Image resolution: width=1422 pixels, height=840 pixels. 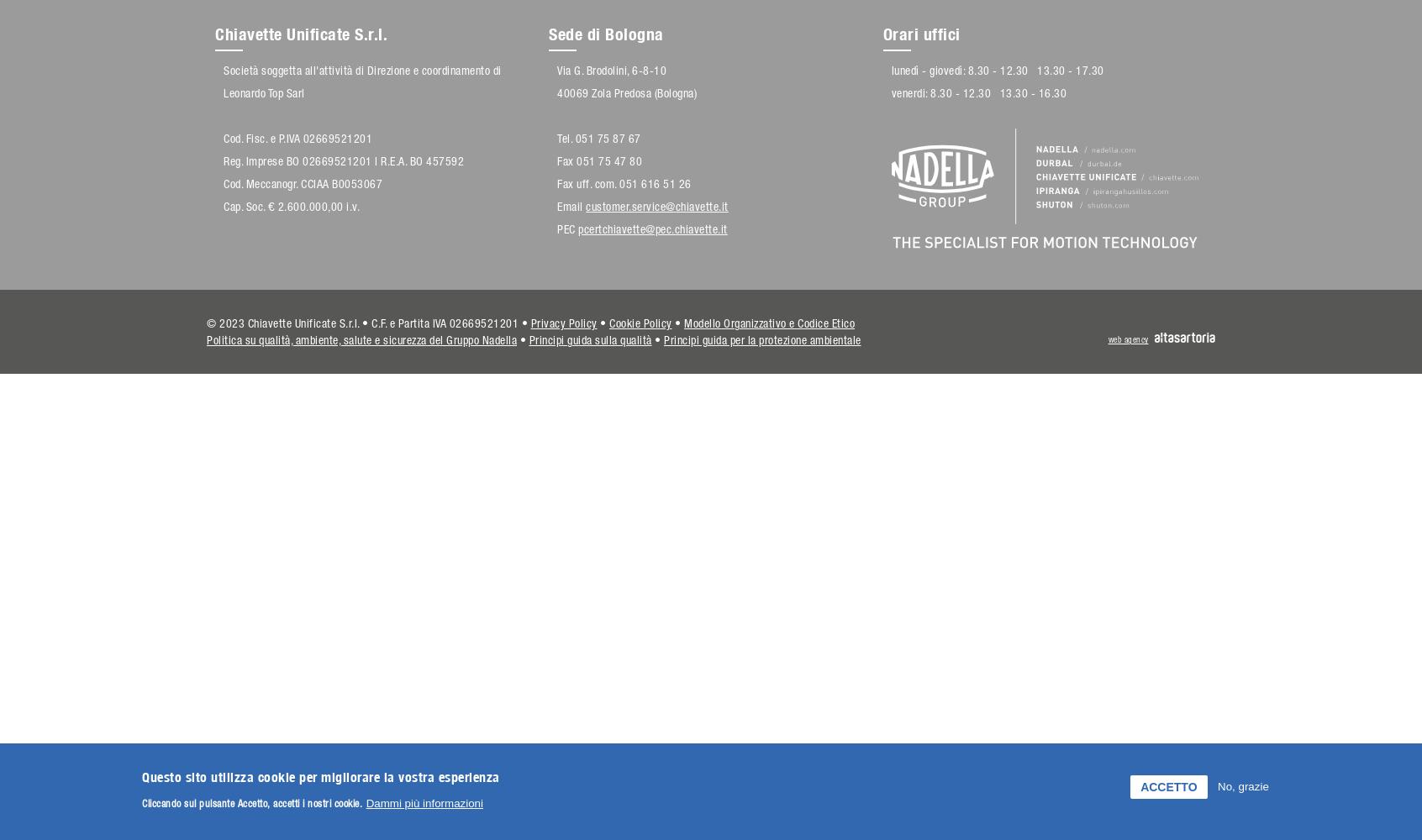 What do you see at coordinates (977, 92) in the screenshot?
I see `'venerdi: 8.30 - 12.30   13.30 - 16.30'` at bounding box center [977, 92].